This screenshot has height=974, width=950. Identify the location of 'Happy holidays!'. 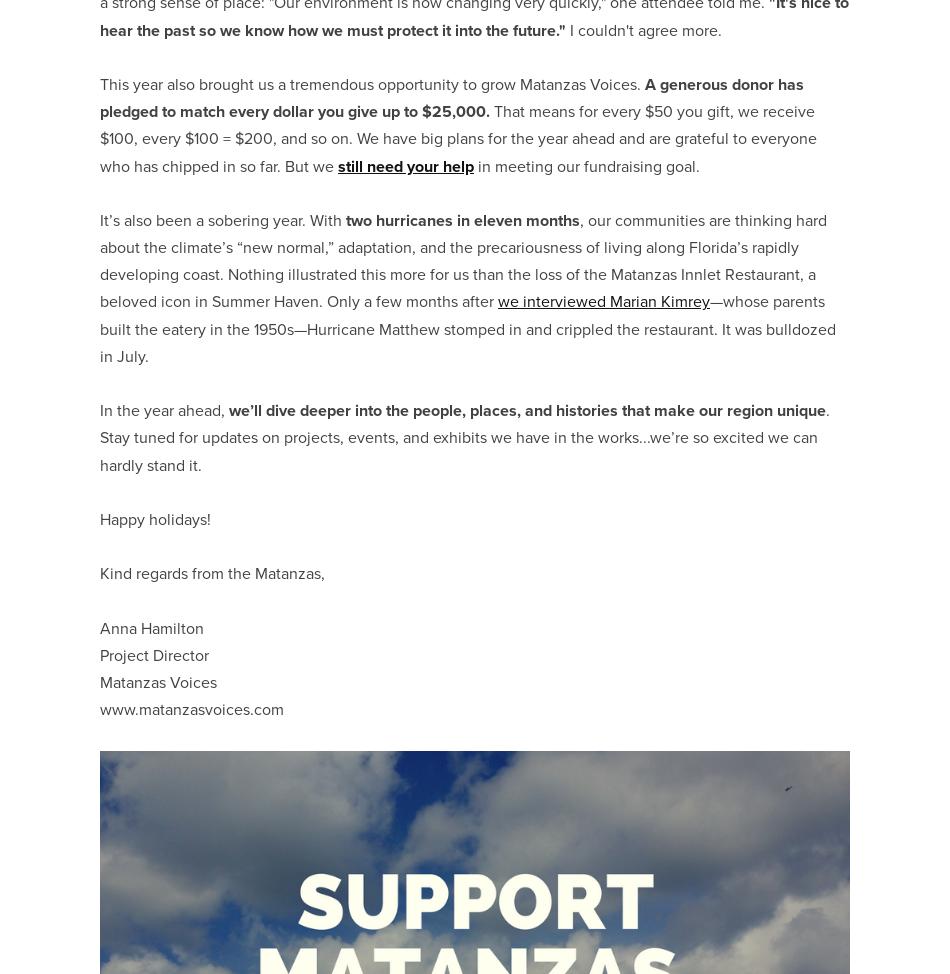
(157, 518).